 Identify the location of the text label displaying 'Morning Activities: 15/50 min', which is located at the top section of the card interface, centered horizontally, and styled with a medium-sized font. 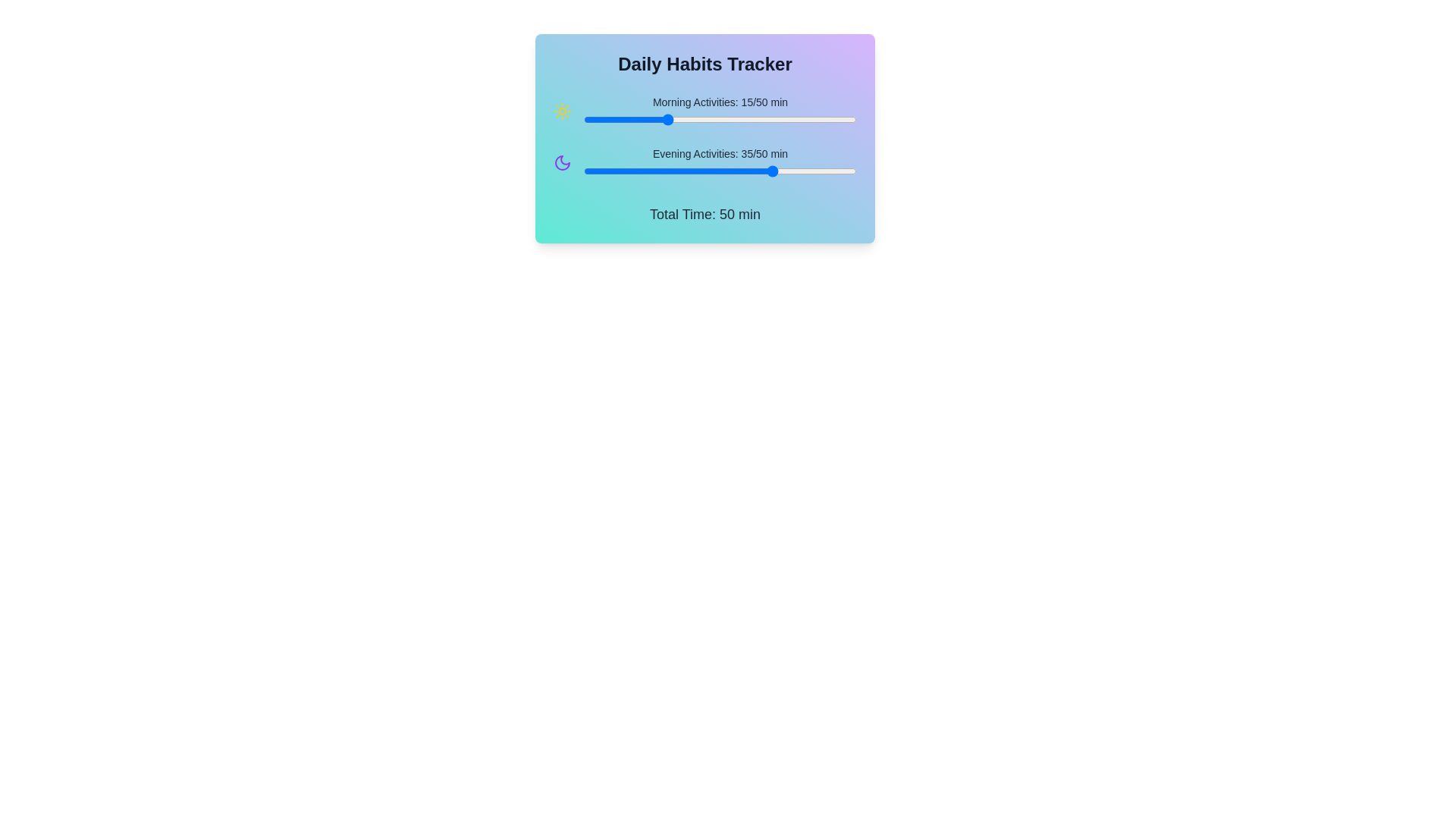
(720, 102).